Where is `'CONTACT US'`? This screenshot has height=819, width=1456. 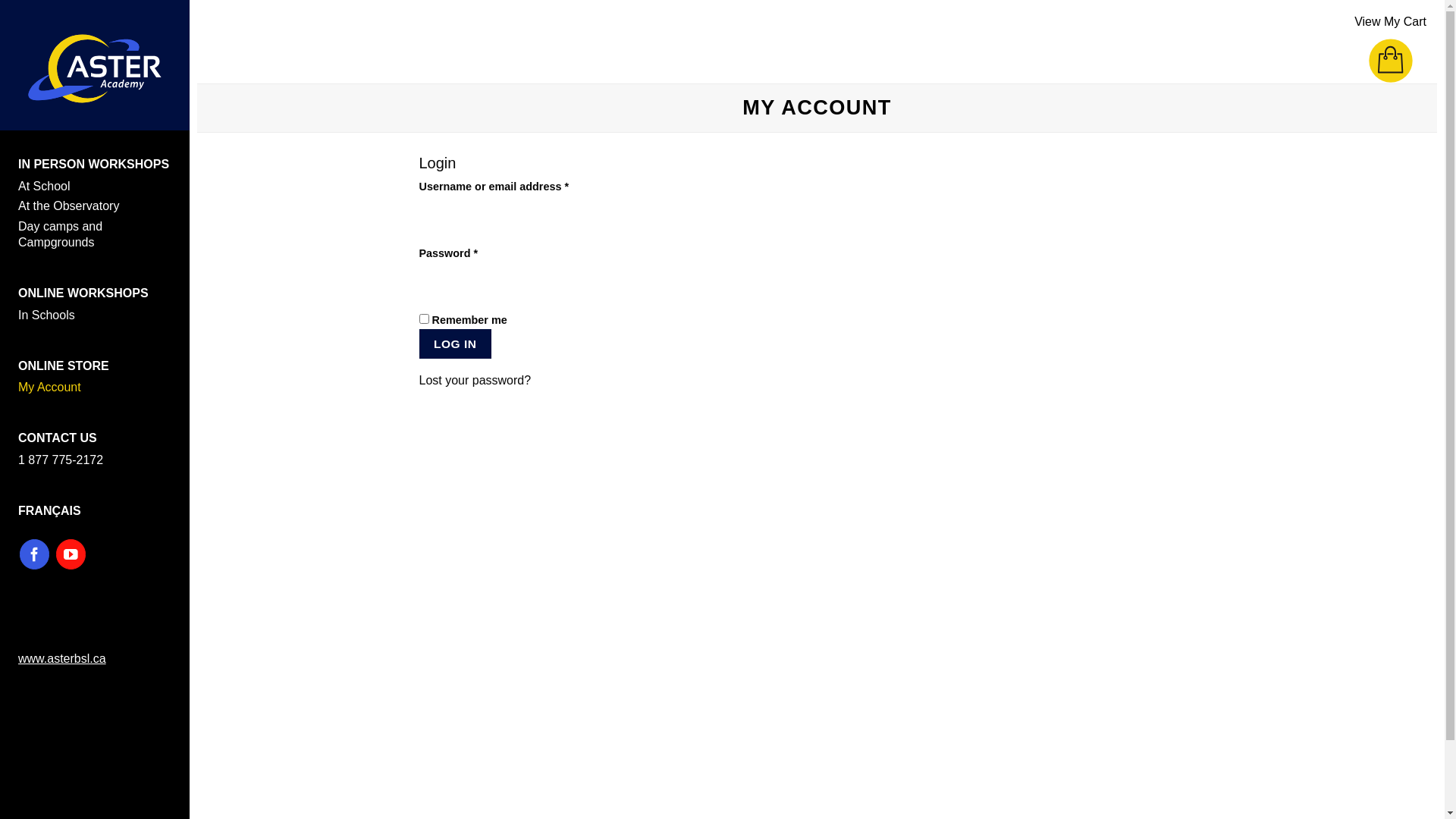
'CONTACT US' is located at coordinates (58, 438).